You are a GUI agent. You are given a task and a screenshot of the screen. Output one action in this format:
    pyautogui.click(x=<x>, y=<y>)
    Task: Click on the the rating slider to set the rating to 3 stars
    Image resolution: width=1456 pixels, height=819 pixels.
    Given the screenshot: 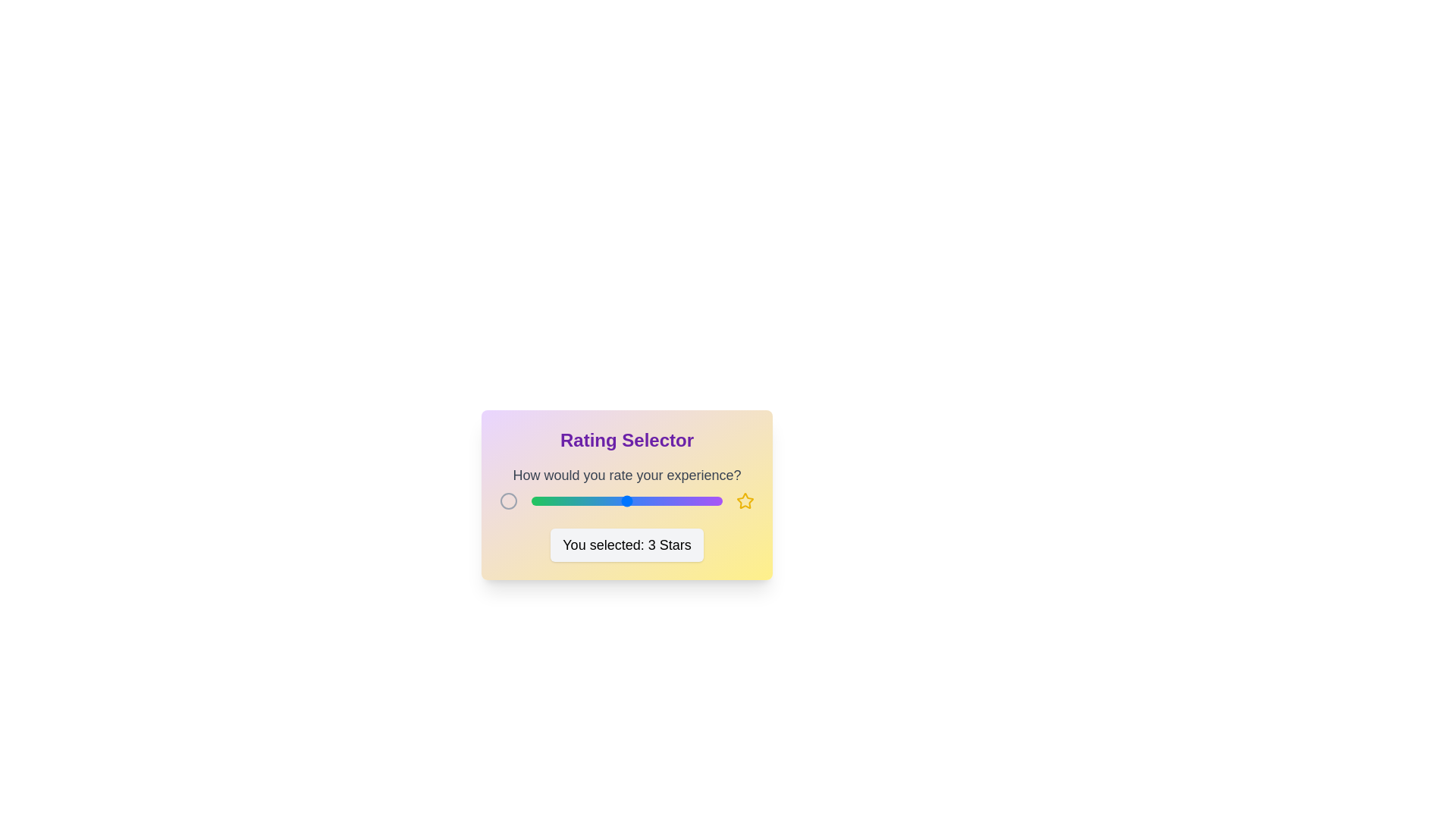 What is the action you would take?
    pyautogui.click(x=626, y=500)
    